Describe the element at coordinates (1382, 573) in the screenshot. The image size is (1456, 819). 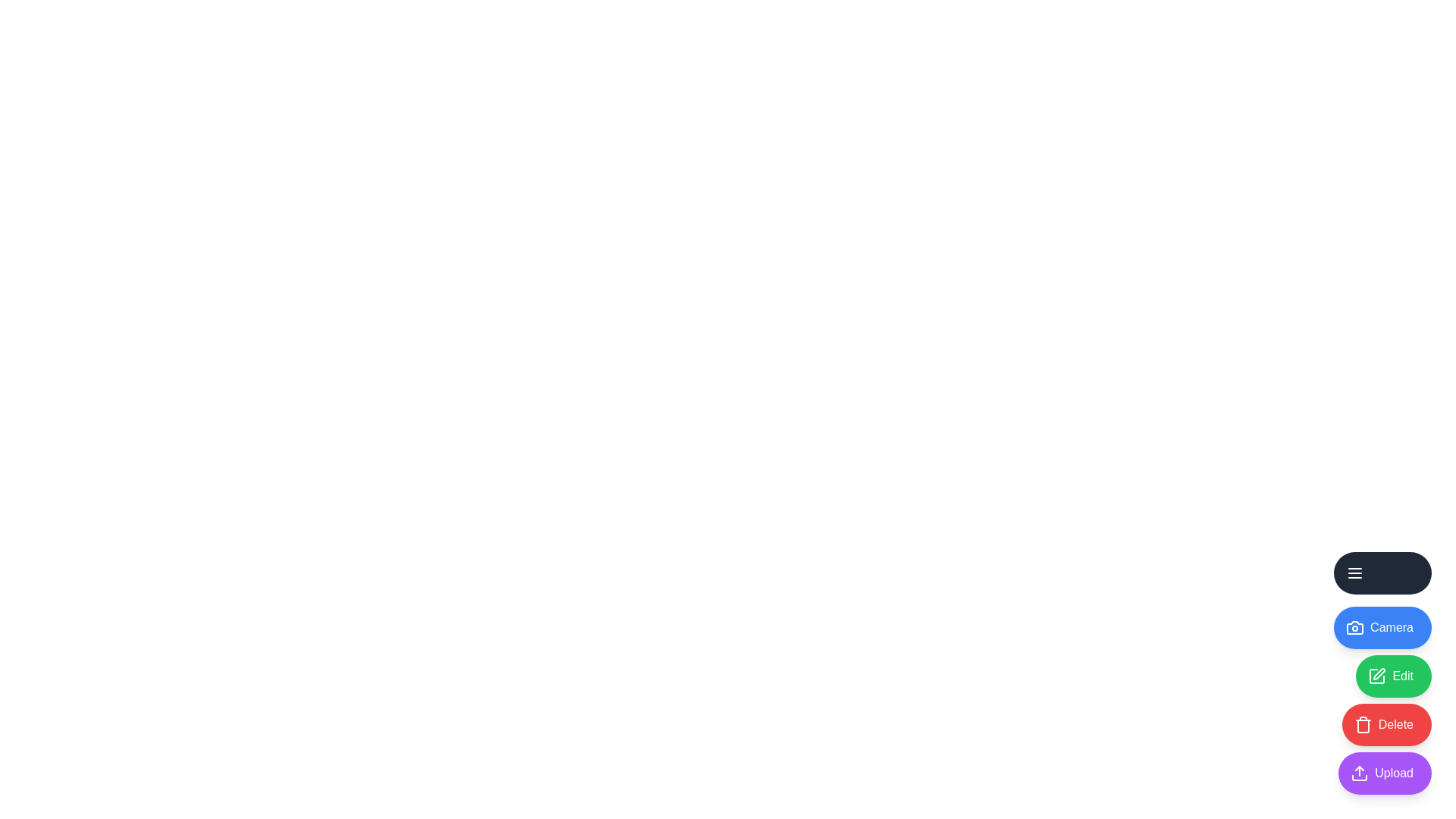
I see `the main menu button to toggle the menu expansion state` at that location.